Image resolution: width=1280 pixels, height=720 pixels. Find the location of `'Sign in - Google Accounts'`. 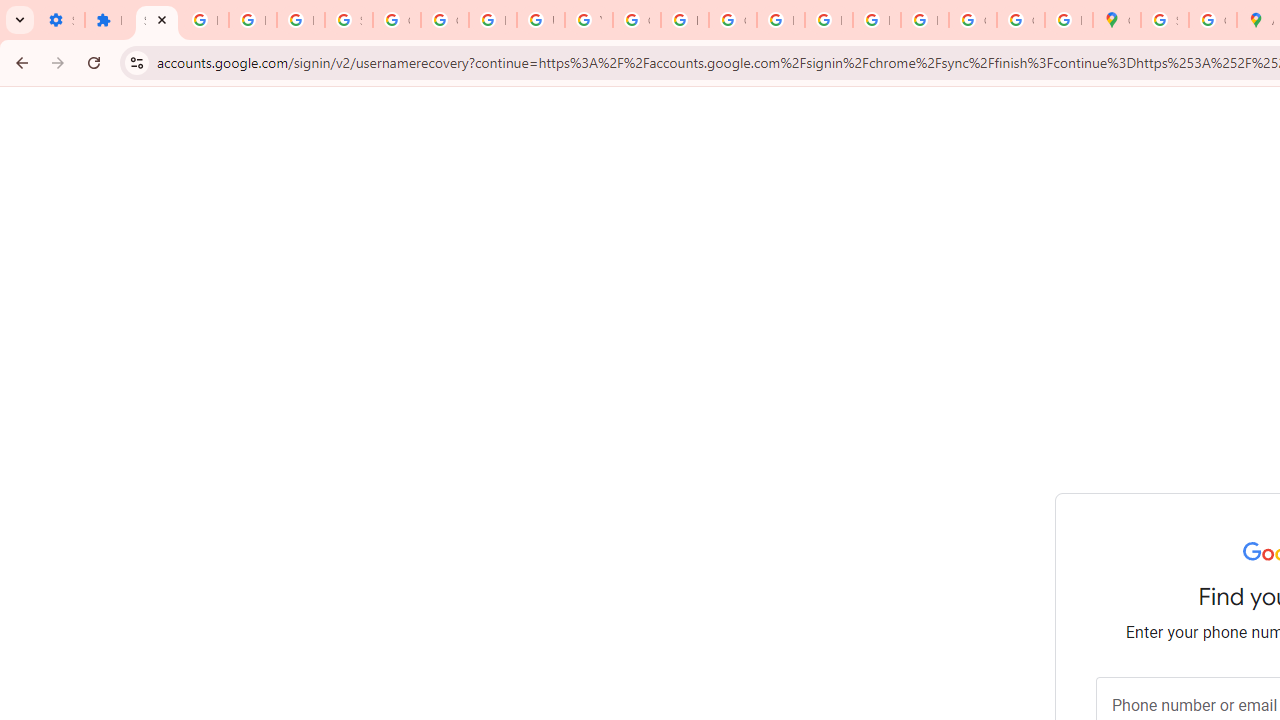

'Sign in - Google Accounts' is located at coordinates (1164, 20).